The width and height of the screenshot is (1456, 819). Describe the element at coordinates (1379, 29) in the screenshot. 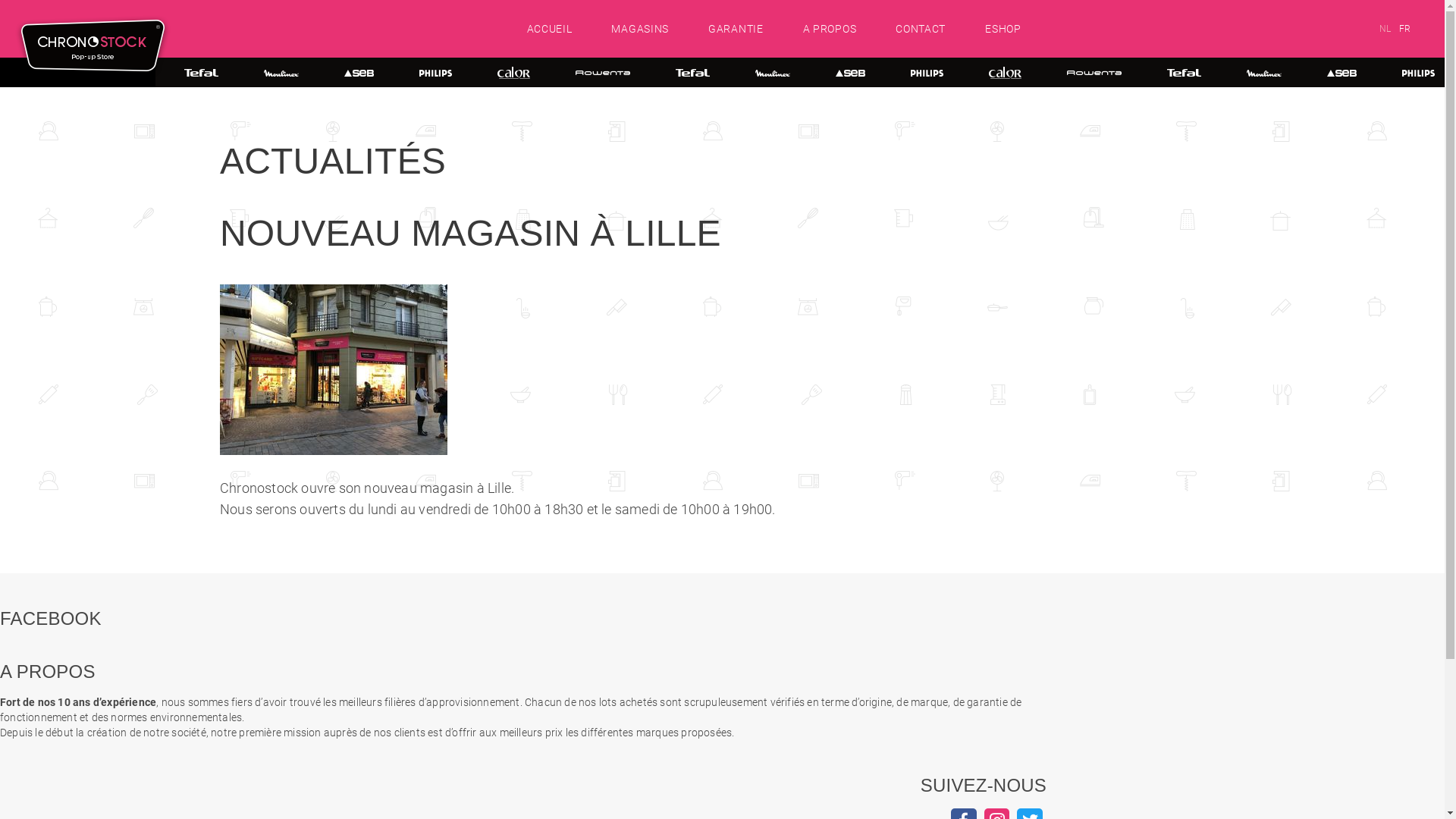

I see `'NL'` at that location.